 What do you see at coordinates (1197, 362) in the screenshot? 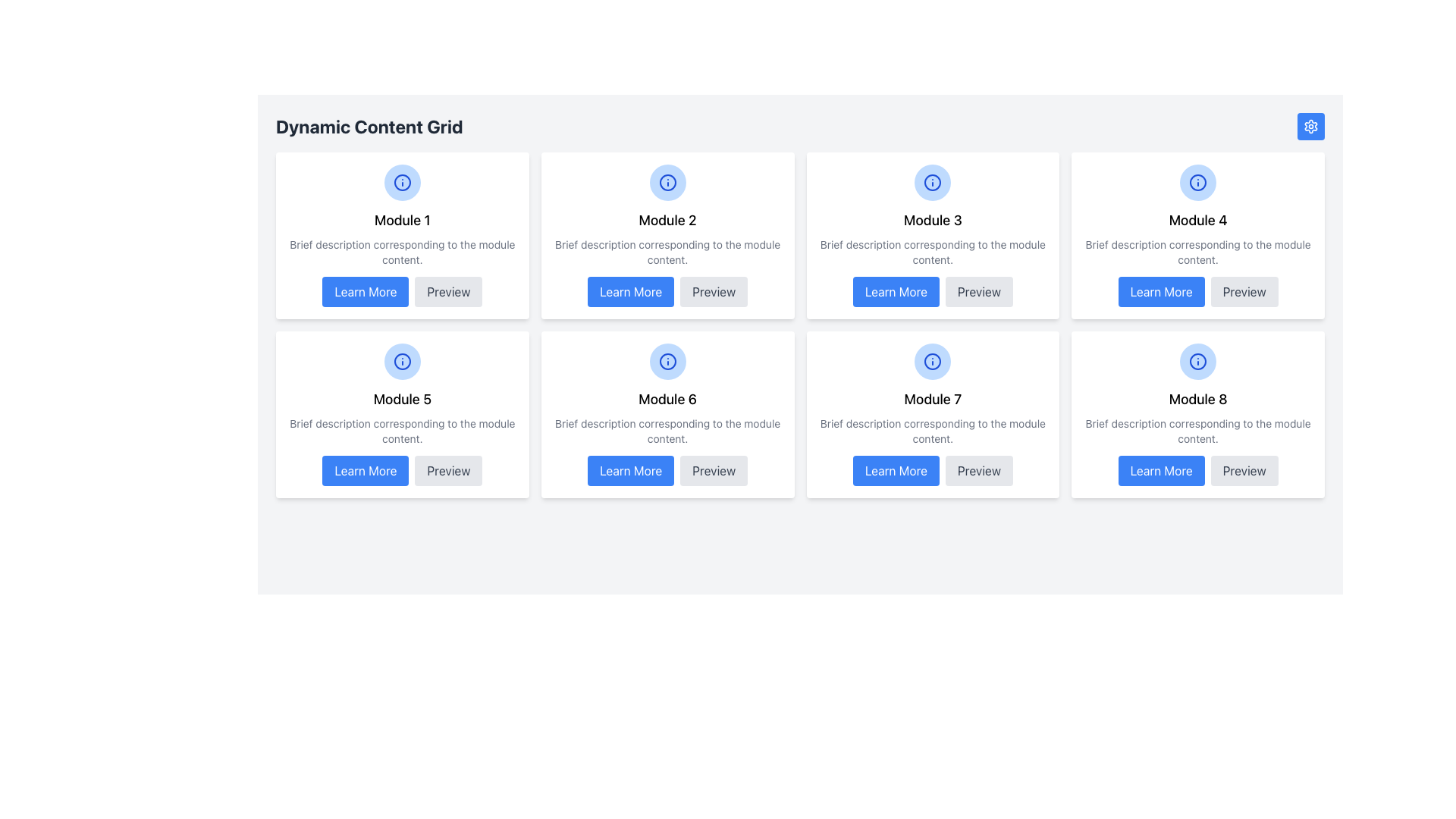
I see `the circular light blue icon with an information symbol located in the lower-right corner of the 'Module 8' card` at bounding box center [1197, 362].